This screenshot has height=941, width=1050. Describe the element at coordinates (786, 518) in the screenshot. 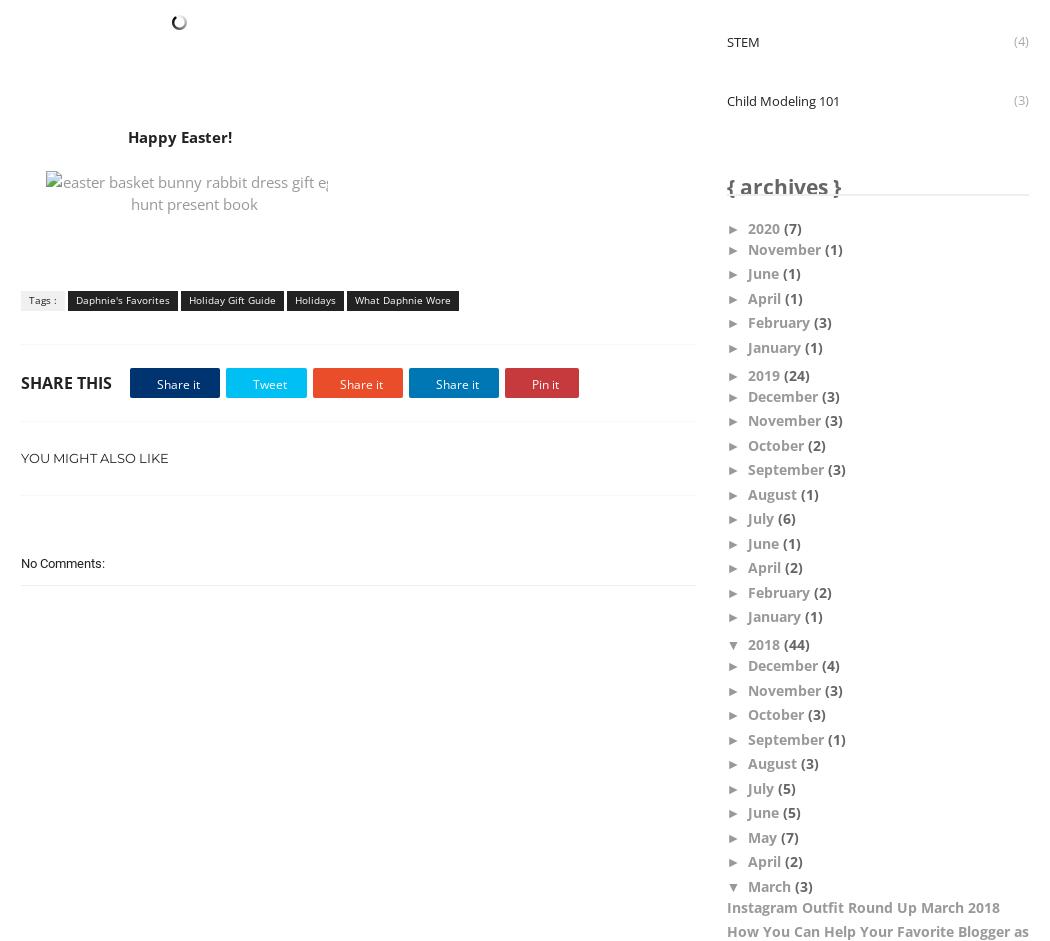

I see `'(6)'` at that location.